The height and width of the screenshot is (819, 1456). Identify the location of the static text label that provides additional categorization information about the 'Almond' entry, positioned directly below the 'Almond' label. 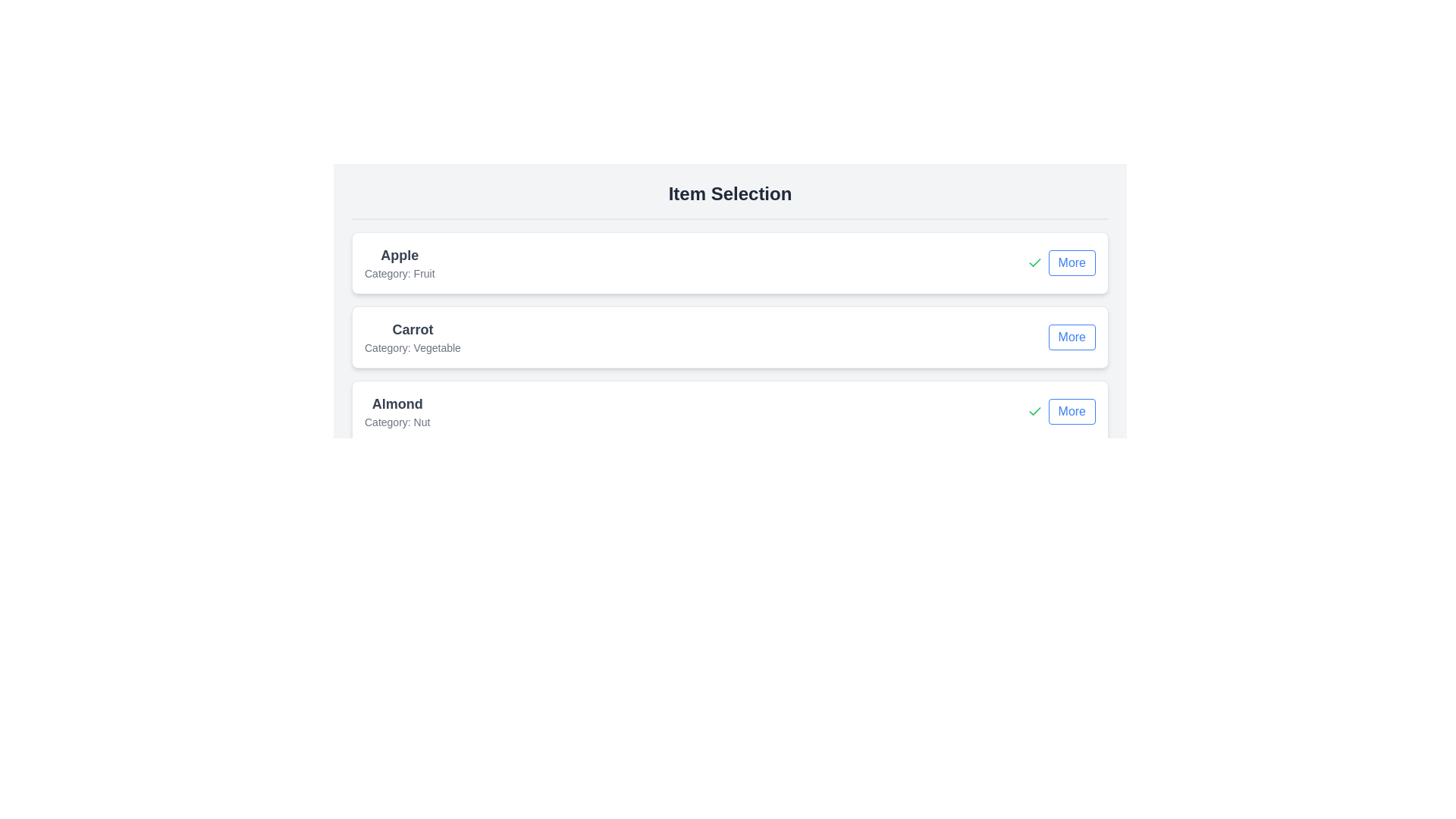
(397, 422).